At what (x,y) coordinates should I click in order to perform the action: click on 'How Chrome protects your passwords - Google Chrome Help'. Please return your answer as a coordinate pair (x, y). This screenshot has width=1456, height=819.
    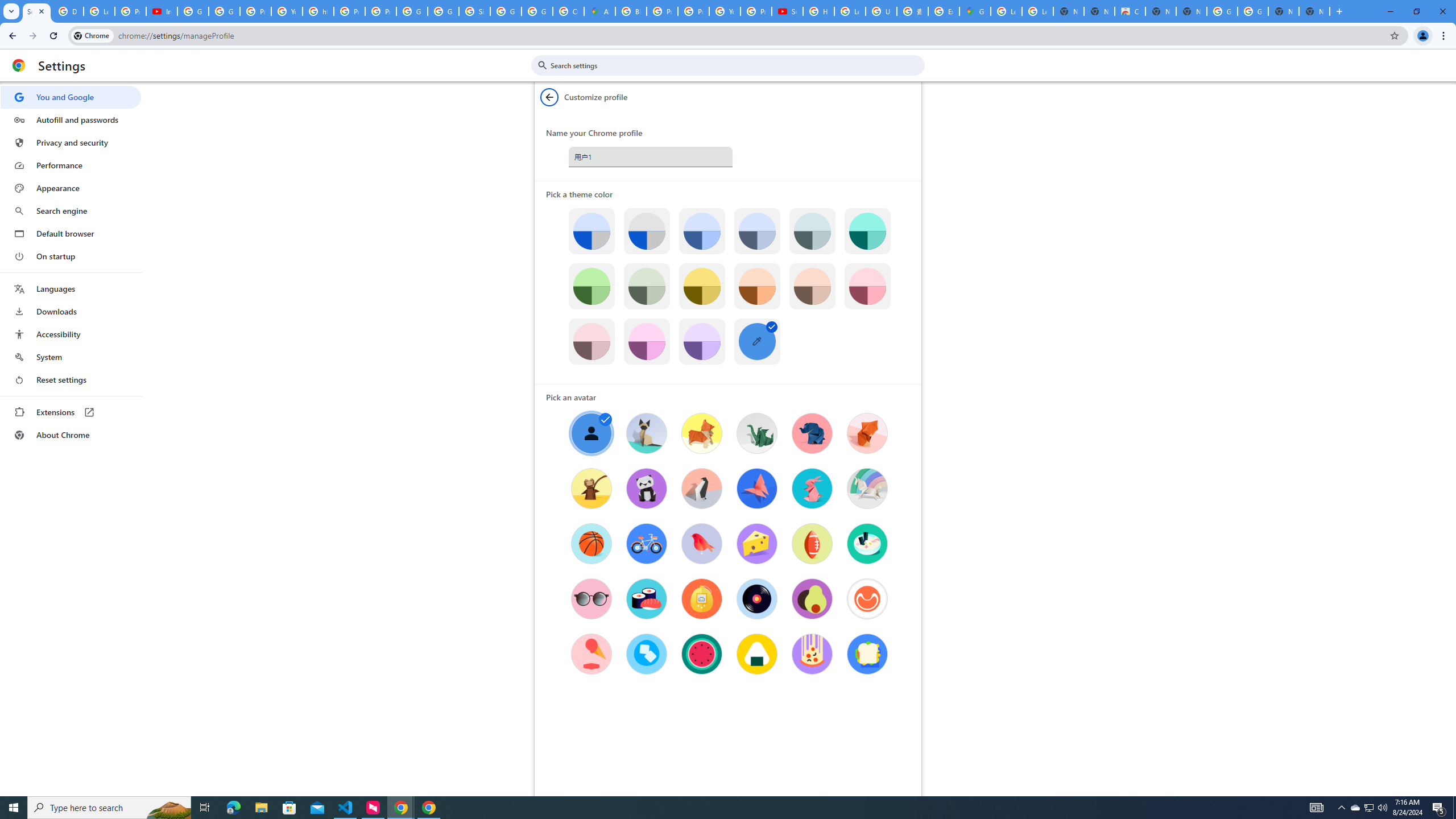
    Looking at the image, I should click on (818, 11).